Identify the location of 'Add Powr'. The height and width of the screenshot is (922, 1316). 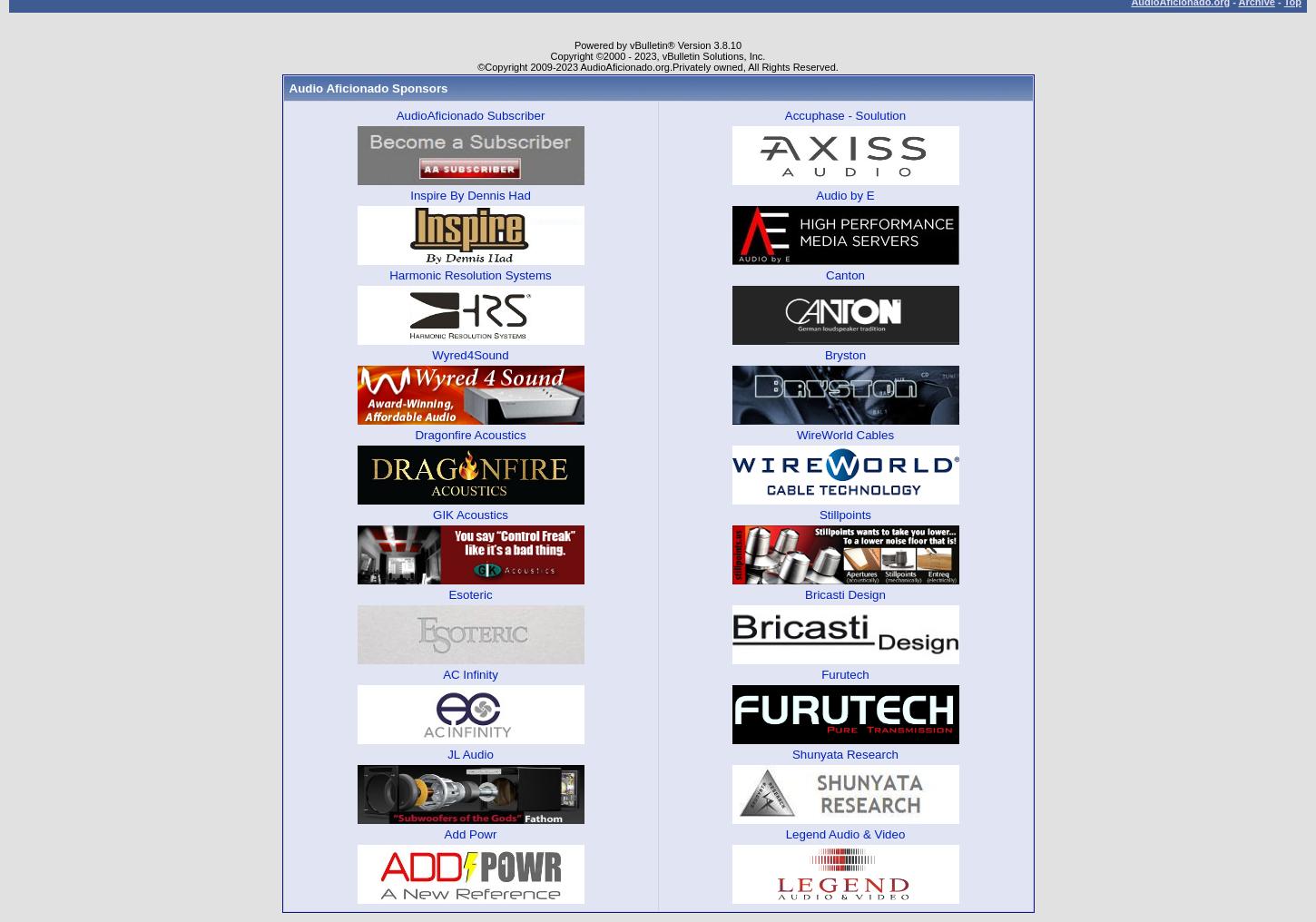
(443, 832).